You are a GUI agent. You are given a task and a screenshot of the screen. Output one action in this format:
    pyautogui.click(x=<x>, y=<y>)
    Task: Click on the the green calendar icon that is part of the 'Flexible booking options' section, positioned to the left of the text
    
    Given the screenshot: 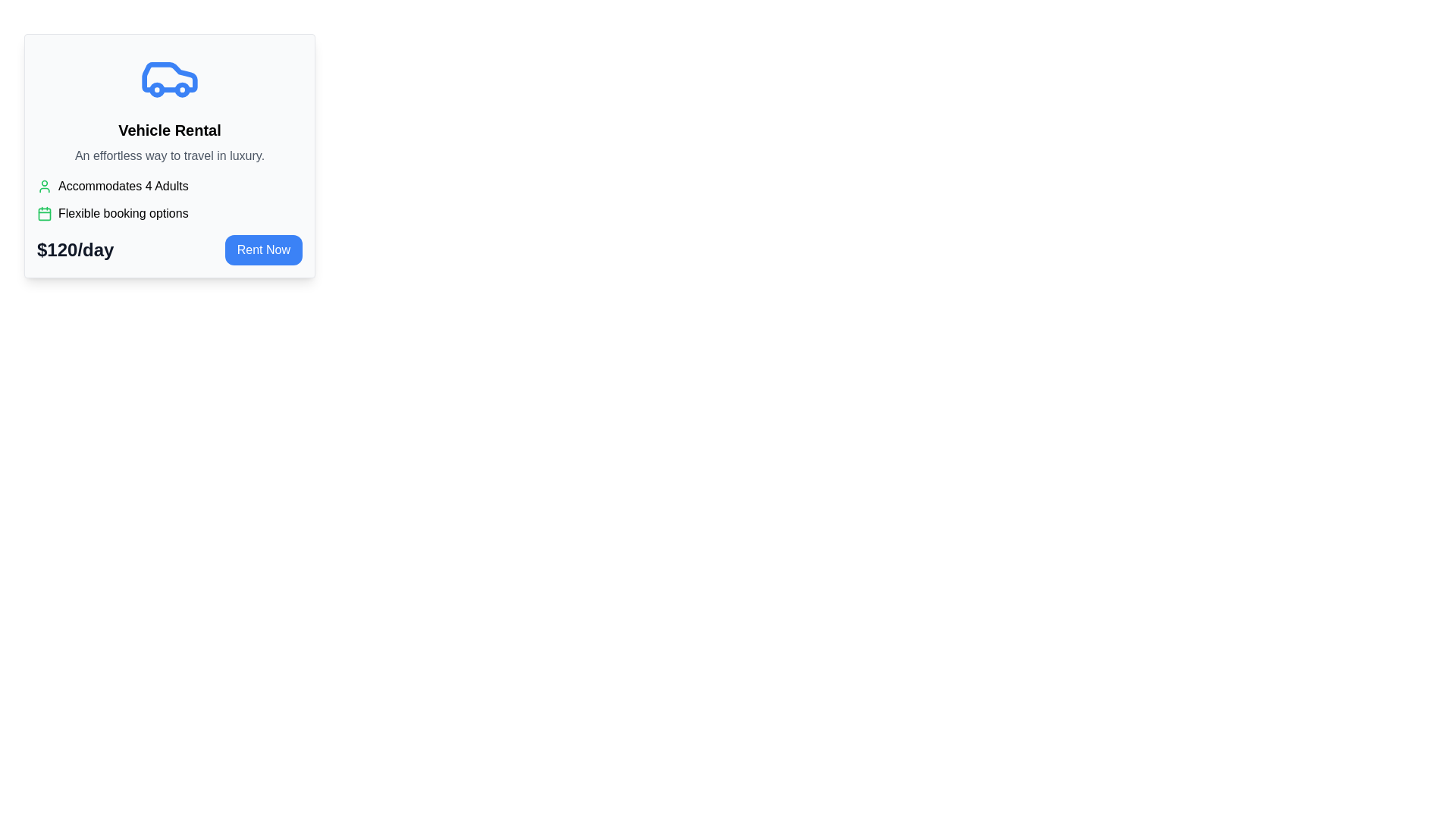 What is the action you would take?
    pyautogui.click(x=44, y=213)
    